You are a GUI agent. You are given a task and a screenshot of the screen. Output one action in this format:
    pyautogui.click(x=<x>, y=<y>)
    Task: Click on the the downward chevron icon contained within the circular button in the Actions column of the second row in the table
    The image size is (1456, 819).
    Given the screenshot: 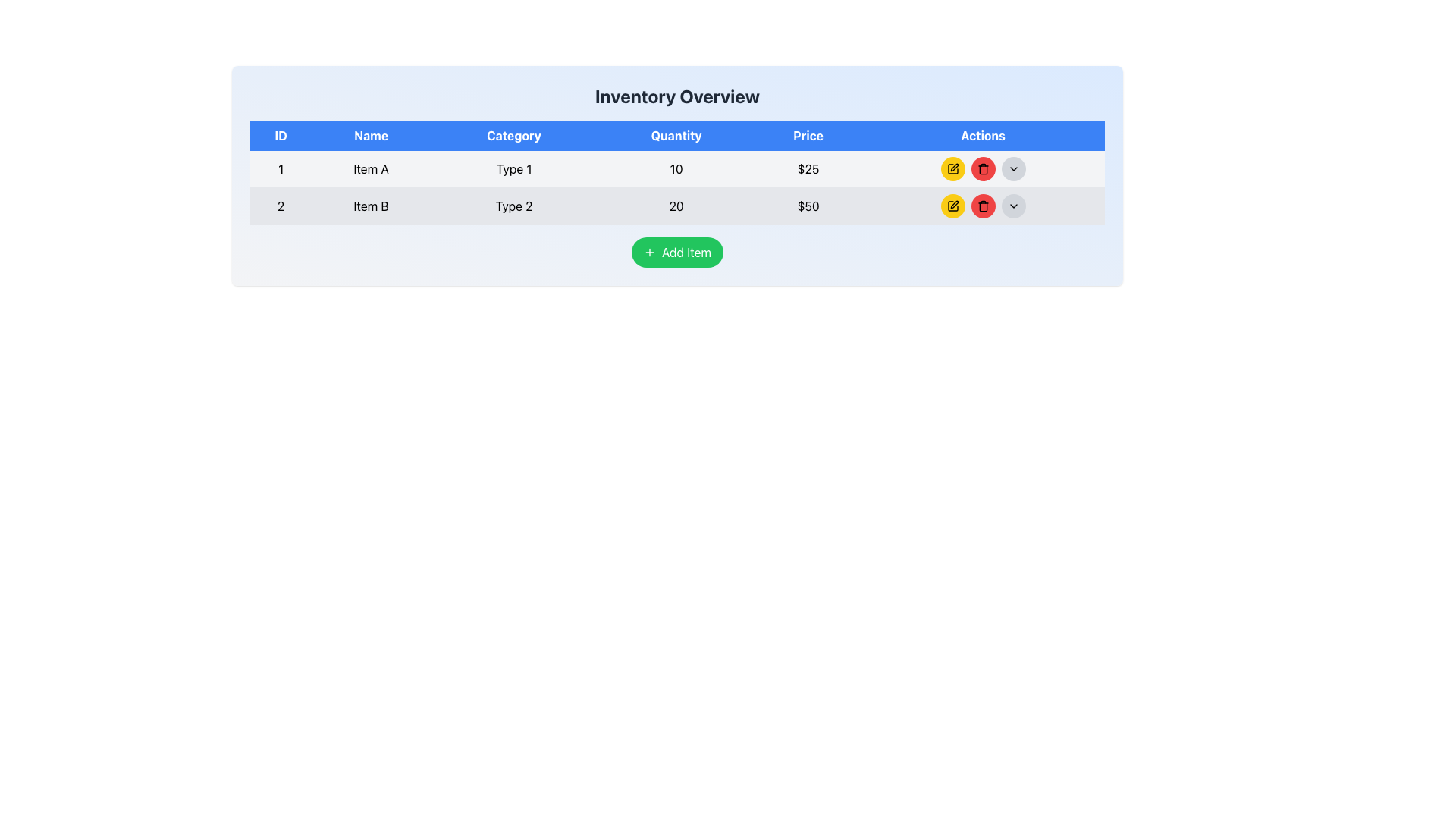 What is the action you would take?
    pyautogui.click(x=1013, y=206)
    